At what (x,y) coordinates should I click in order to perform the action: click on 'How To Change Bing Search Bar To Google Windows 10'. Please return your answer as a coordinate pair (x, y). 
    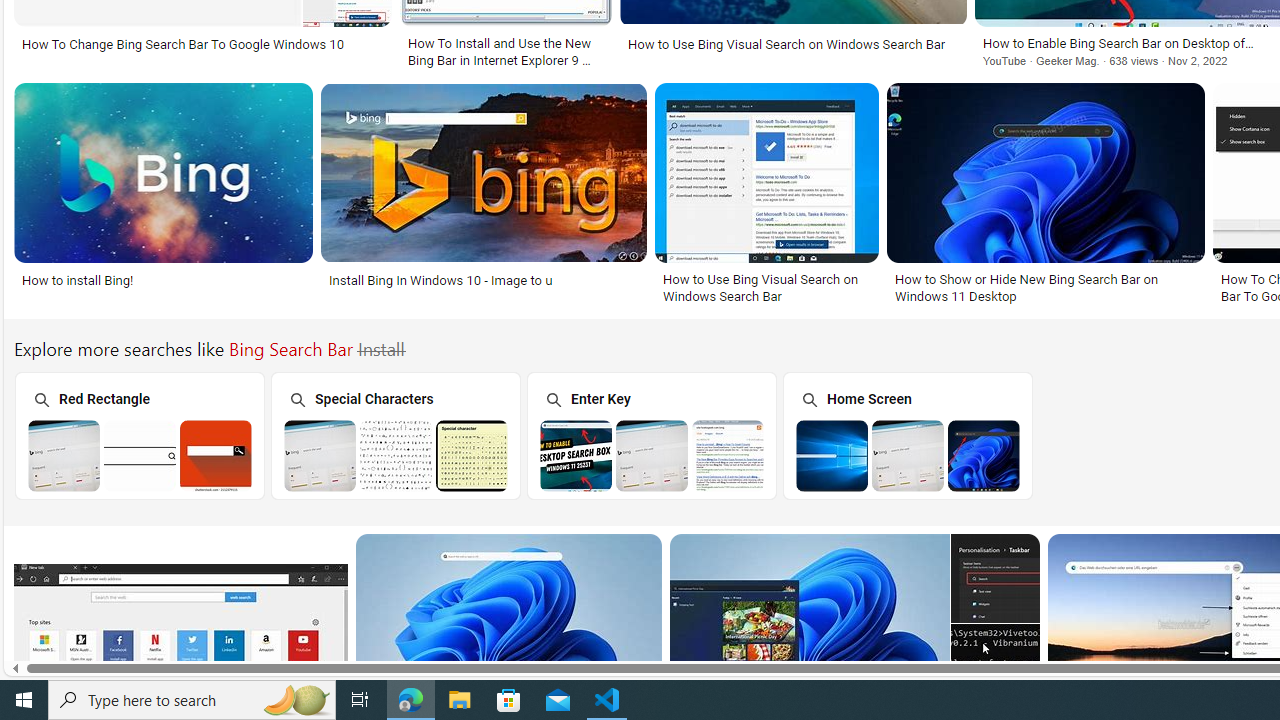
    Looking at the image, I should click on (183, 44).